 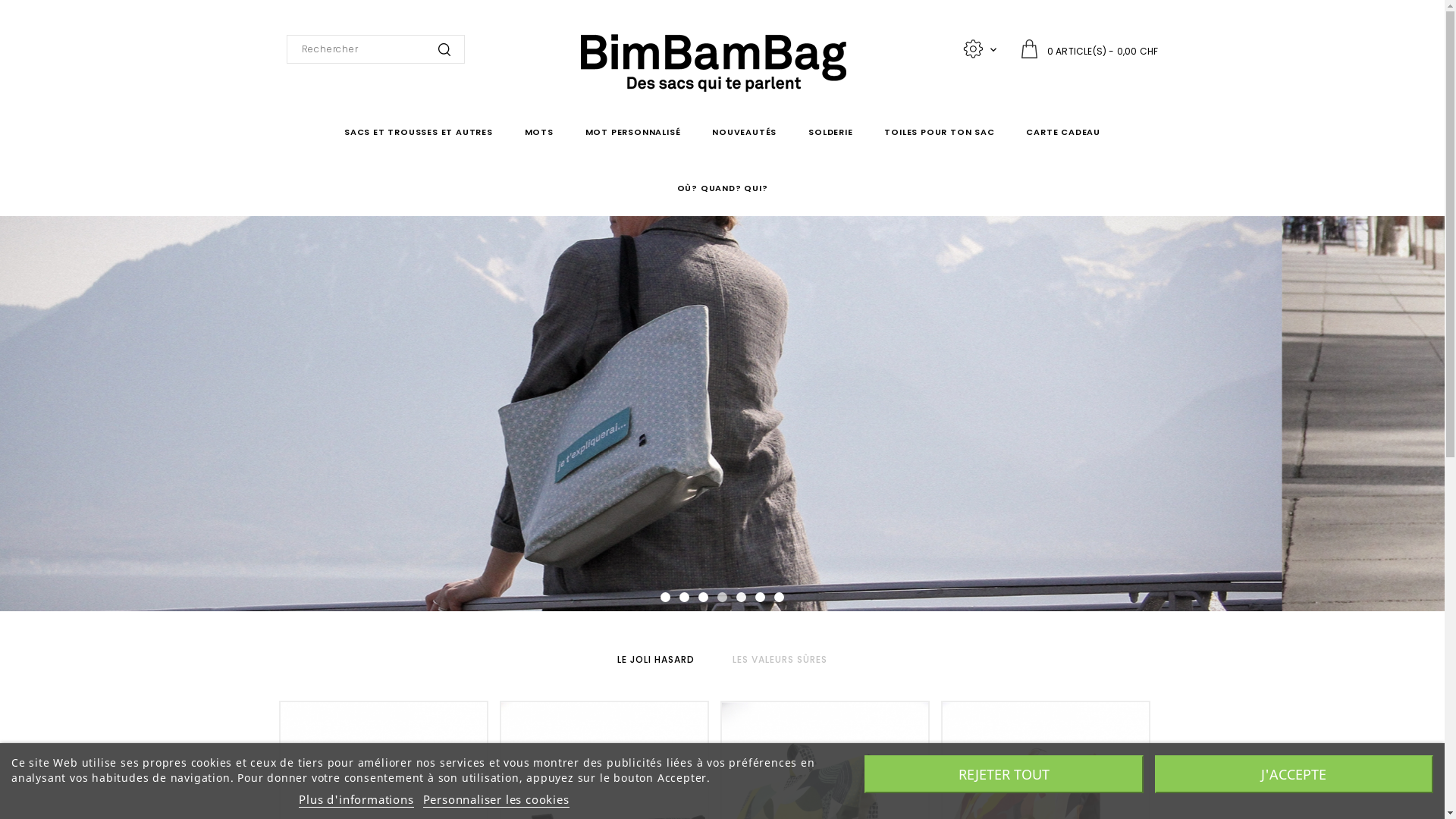 I want to click on 'LE JOLI HASARD', so click(x=655, y=657).